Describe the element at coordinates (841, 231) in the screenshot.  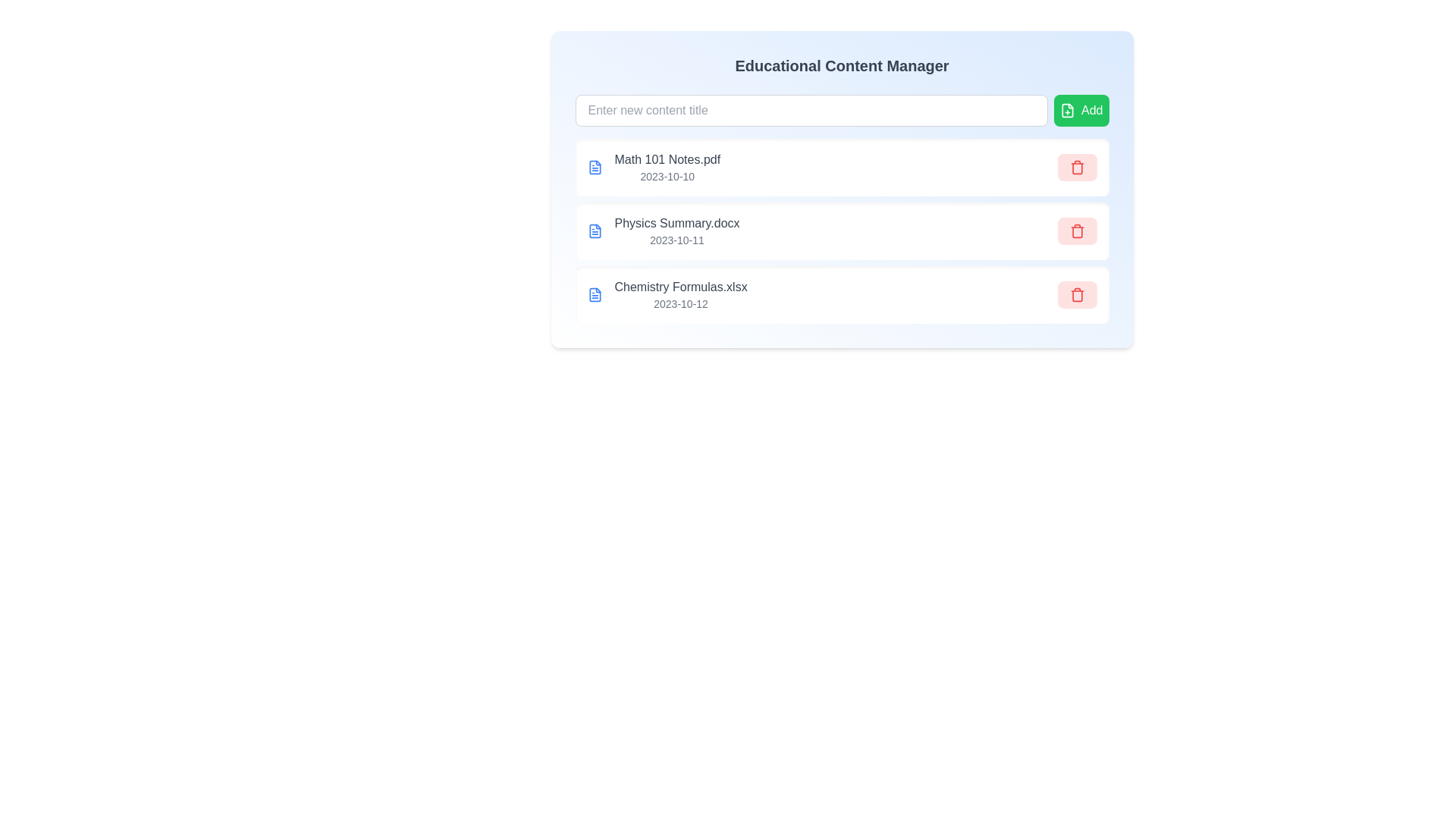
I see `the second file entry in the vertical file list` at that location.